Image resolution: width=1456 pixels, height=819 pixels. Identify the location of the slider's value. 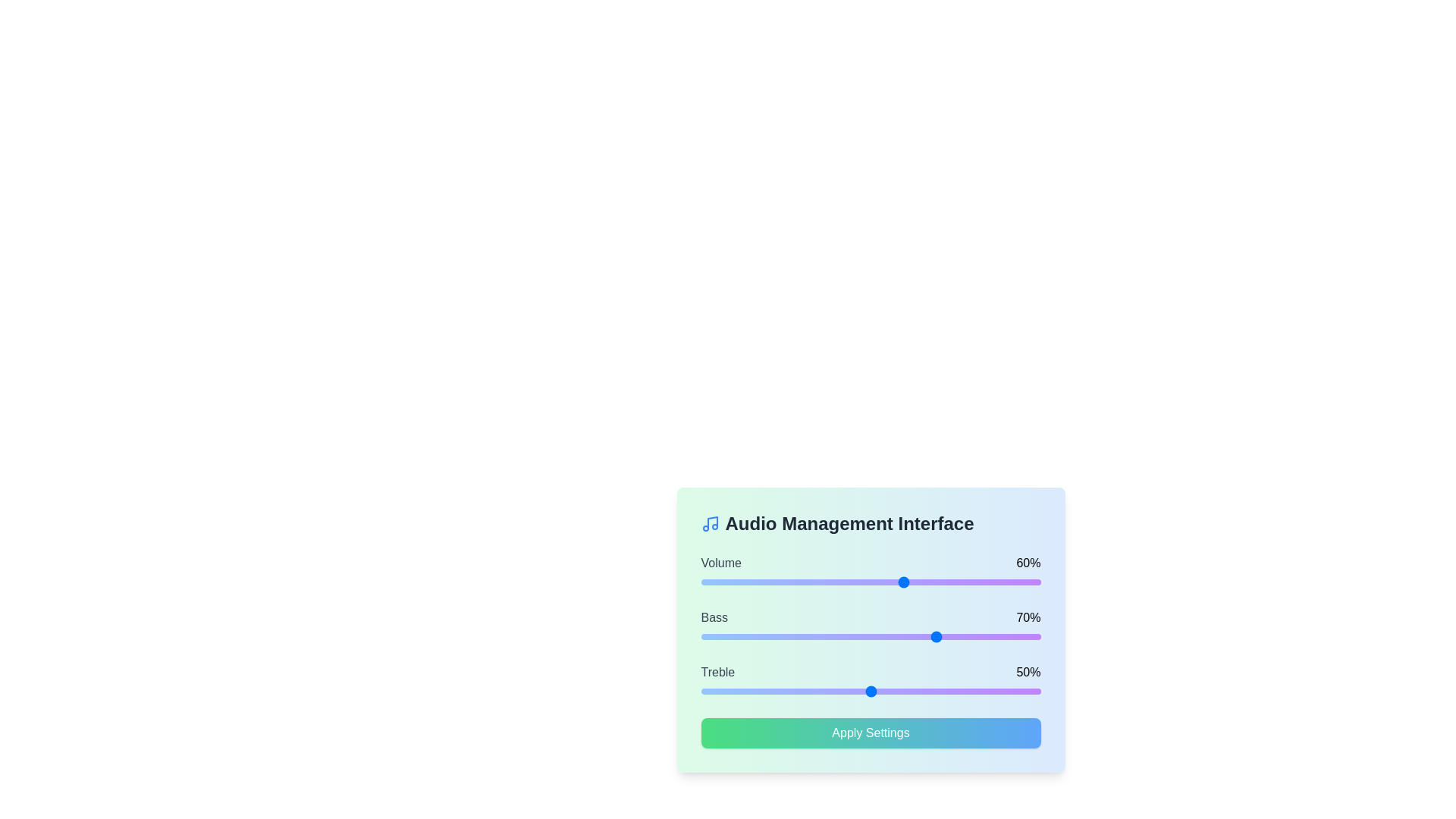
(958, 581).